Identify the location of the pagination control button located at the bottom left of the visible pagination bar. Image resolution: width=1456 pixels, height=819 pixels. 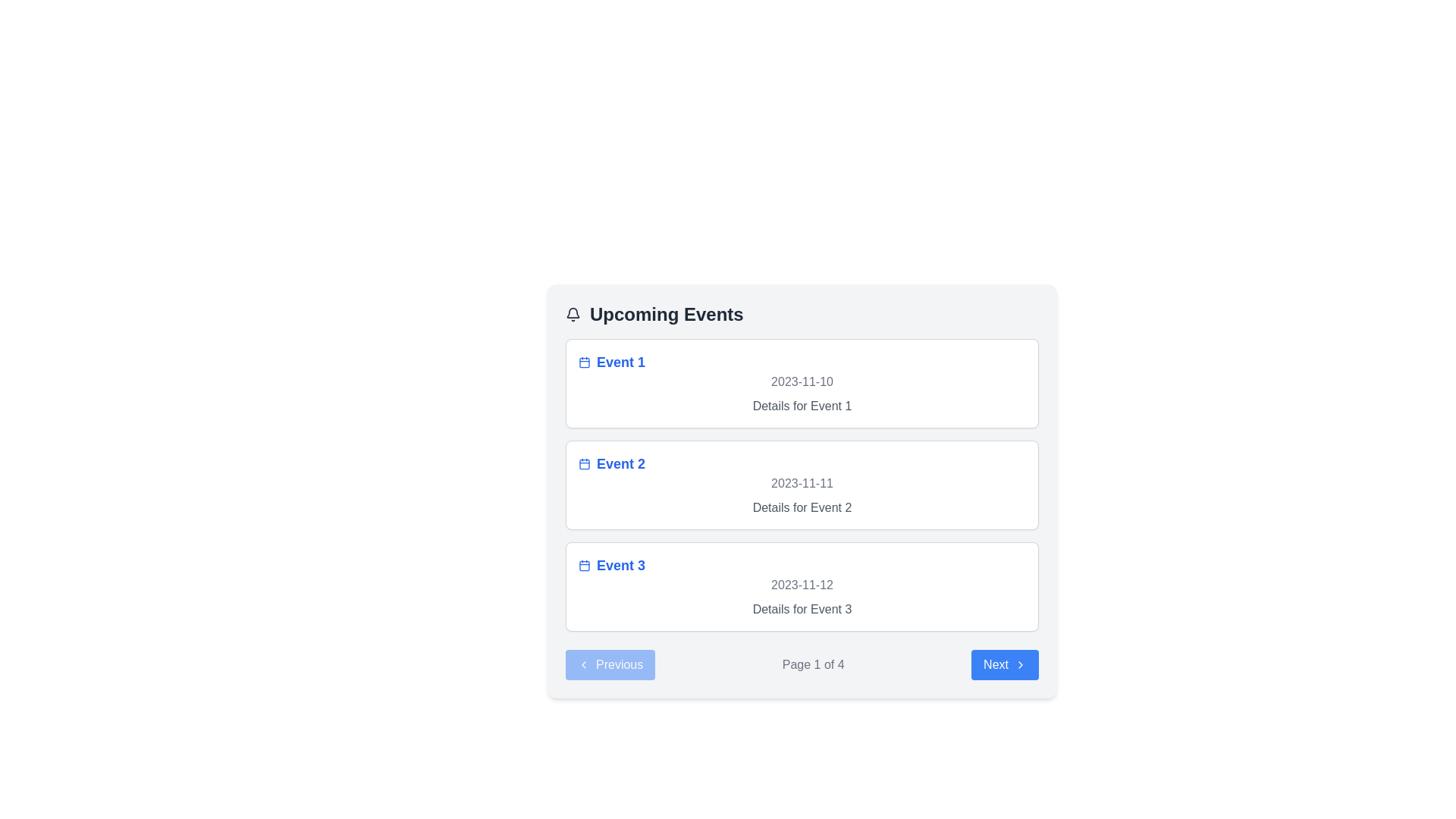
(610, 664).